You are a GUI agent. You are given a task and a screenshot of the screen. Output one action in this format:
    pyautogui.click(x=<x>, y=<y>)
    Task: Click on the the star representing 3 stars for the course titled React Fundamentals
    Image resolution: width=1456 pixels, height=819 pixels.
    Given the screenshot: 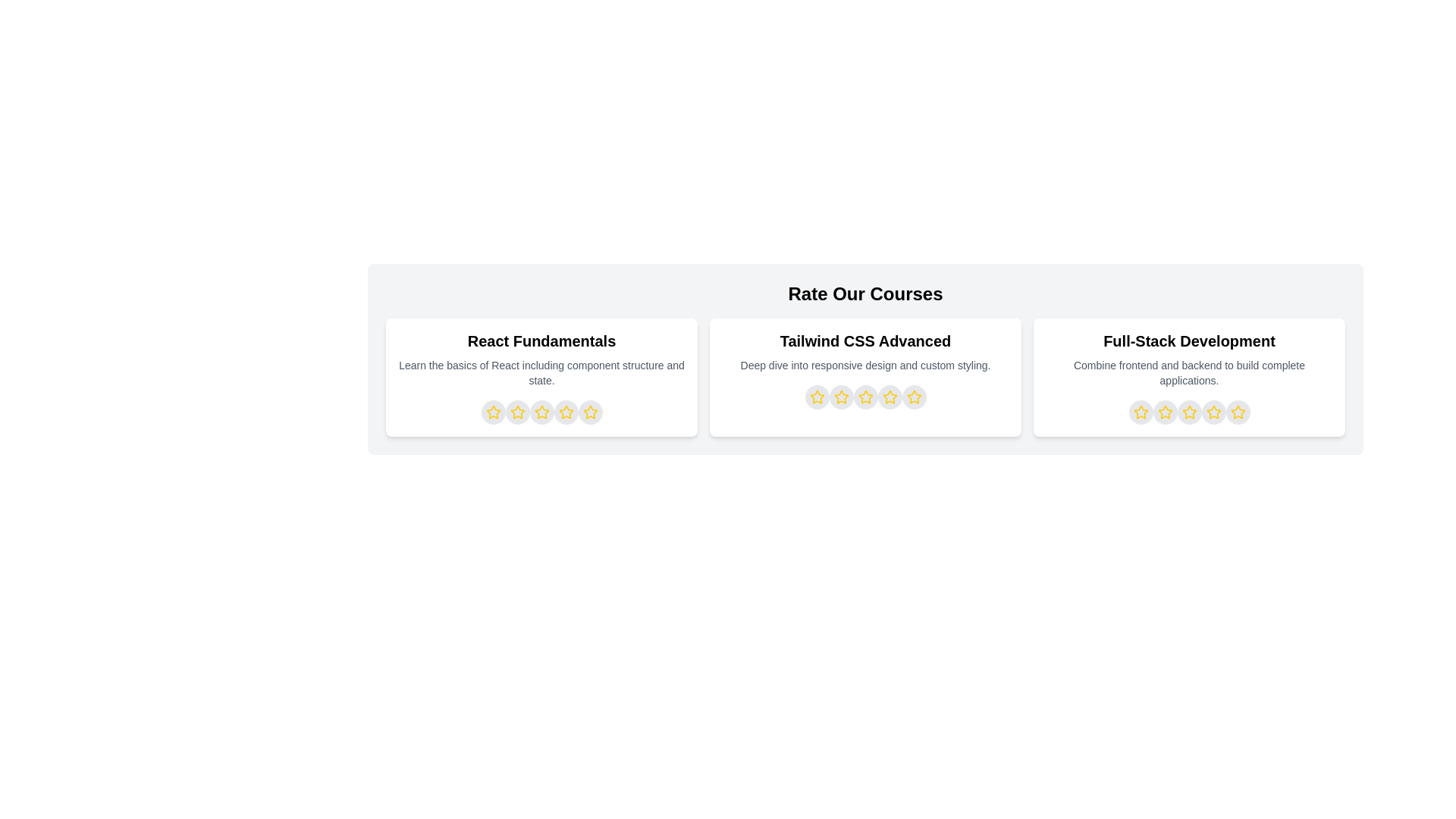 What is the action you would take?
    pyautogui.click(x=541, y=412)
    